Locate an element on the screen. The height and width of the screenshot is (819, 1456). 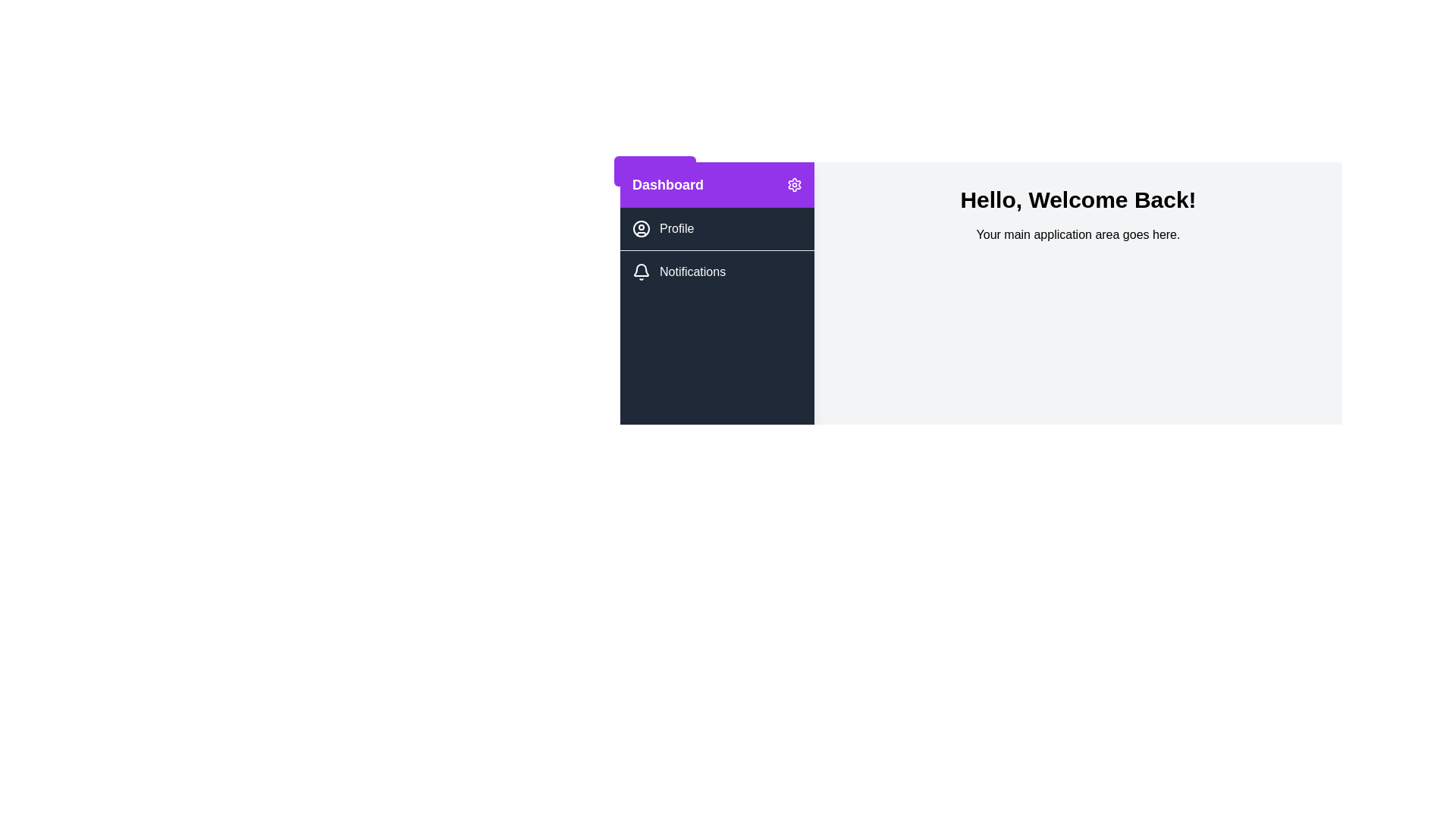
the cog or gear icon in the top right corner of the purple navigation header is located at coordinates (793, 184).